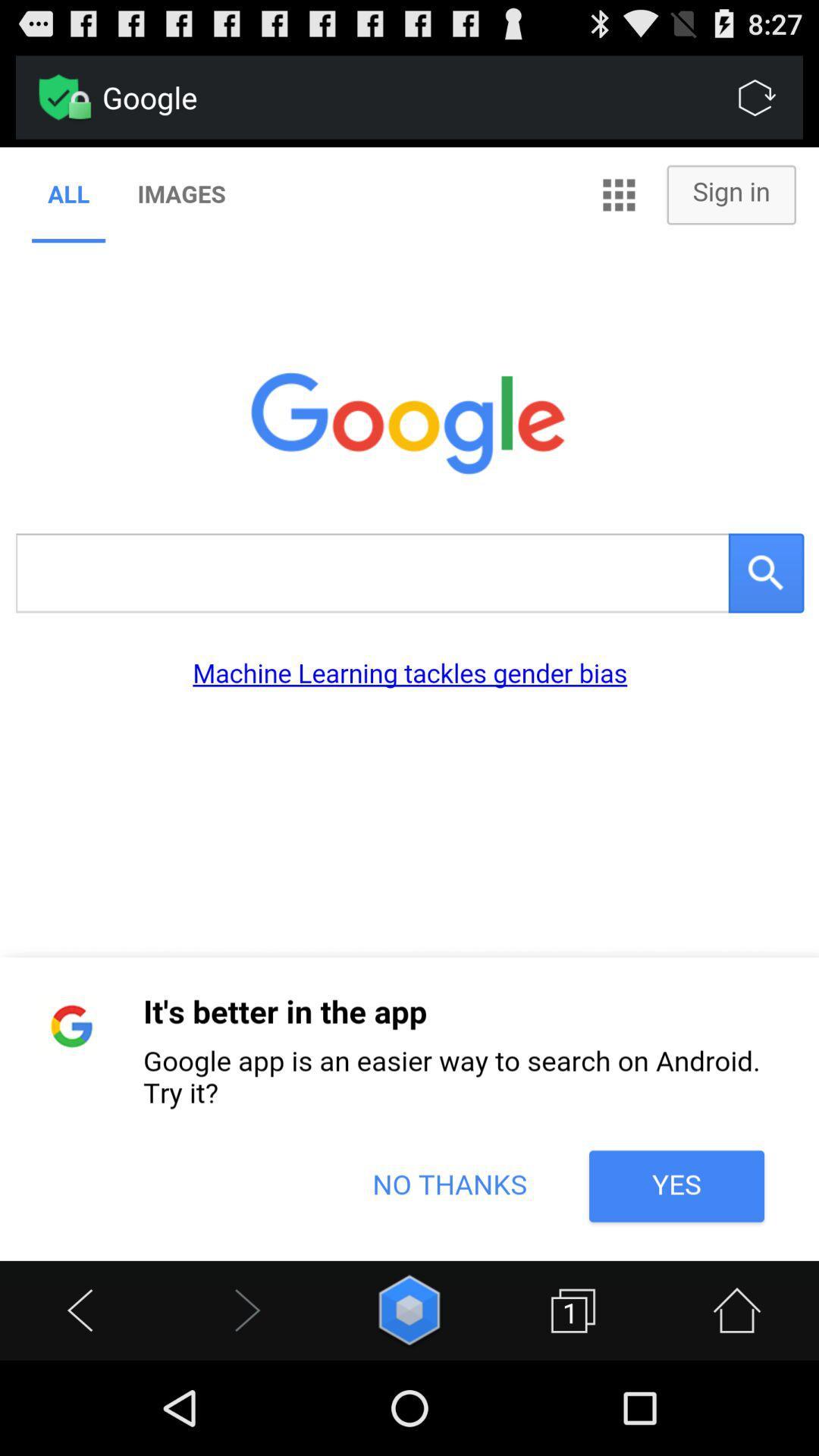 The image size is (819, 1456). What do you see at coordinates (409, 703) in the screenshot?
I see `google homepage` at bounding box center [409, 703].